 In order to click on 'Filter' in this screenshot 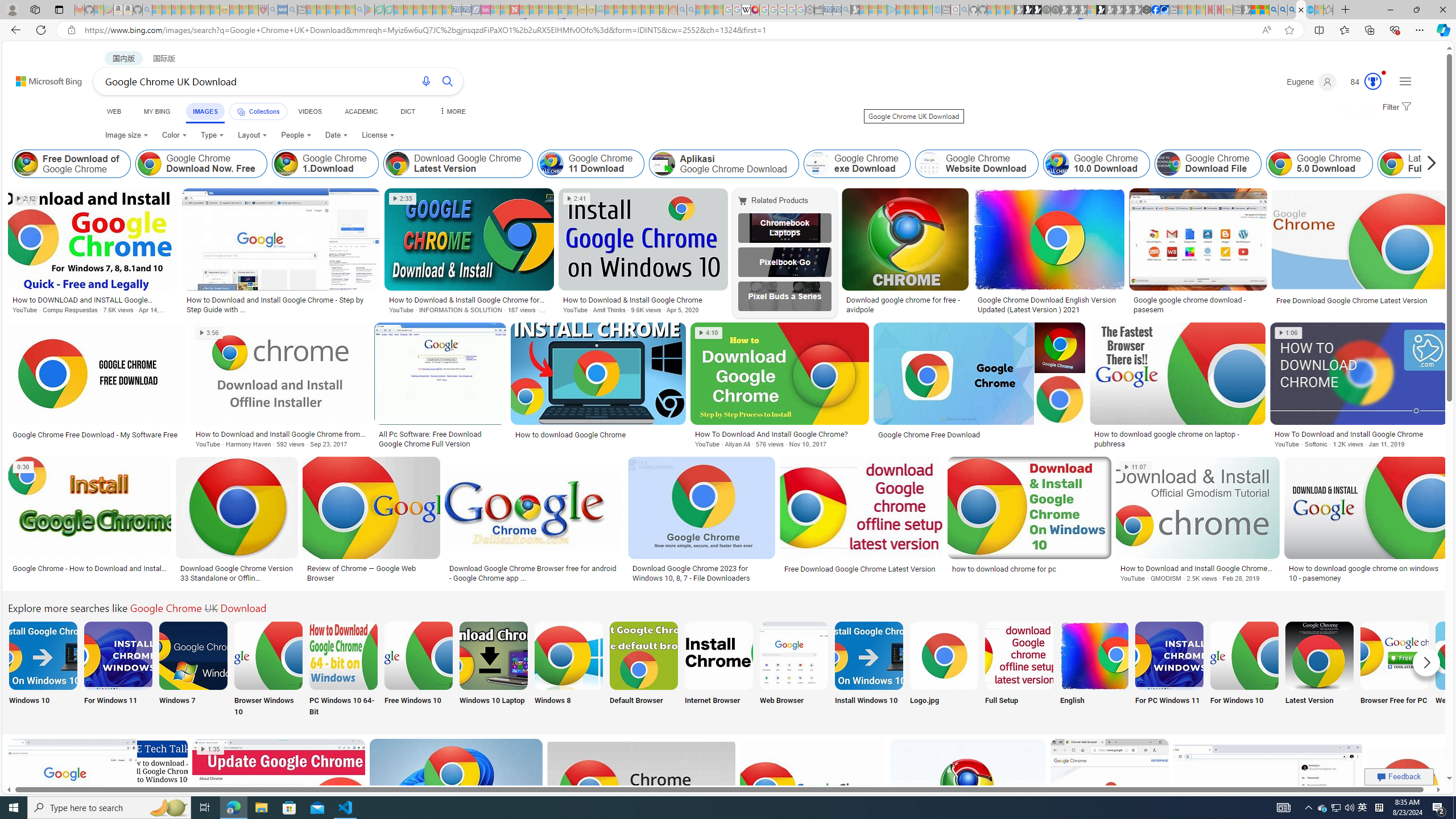, I will do `click(1395, 107)`.